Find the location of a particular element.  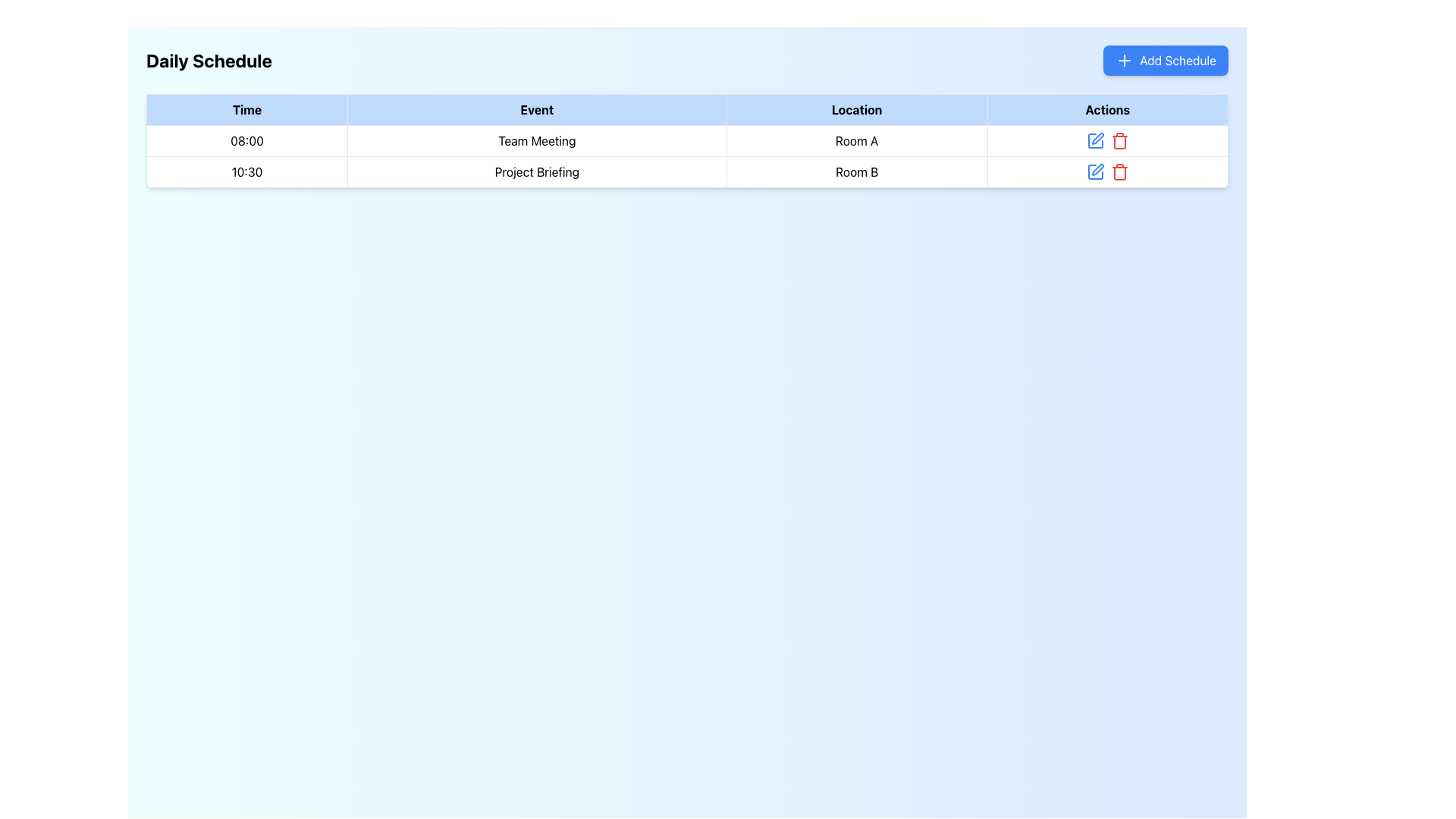

the second row in the table that displays details about a scheduled meeting is located at coordinates (686, 171).